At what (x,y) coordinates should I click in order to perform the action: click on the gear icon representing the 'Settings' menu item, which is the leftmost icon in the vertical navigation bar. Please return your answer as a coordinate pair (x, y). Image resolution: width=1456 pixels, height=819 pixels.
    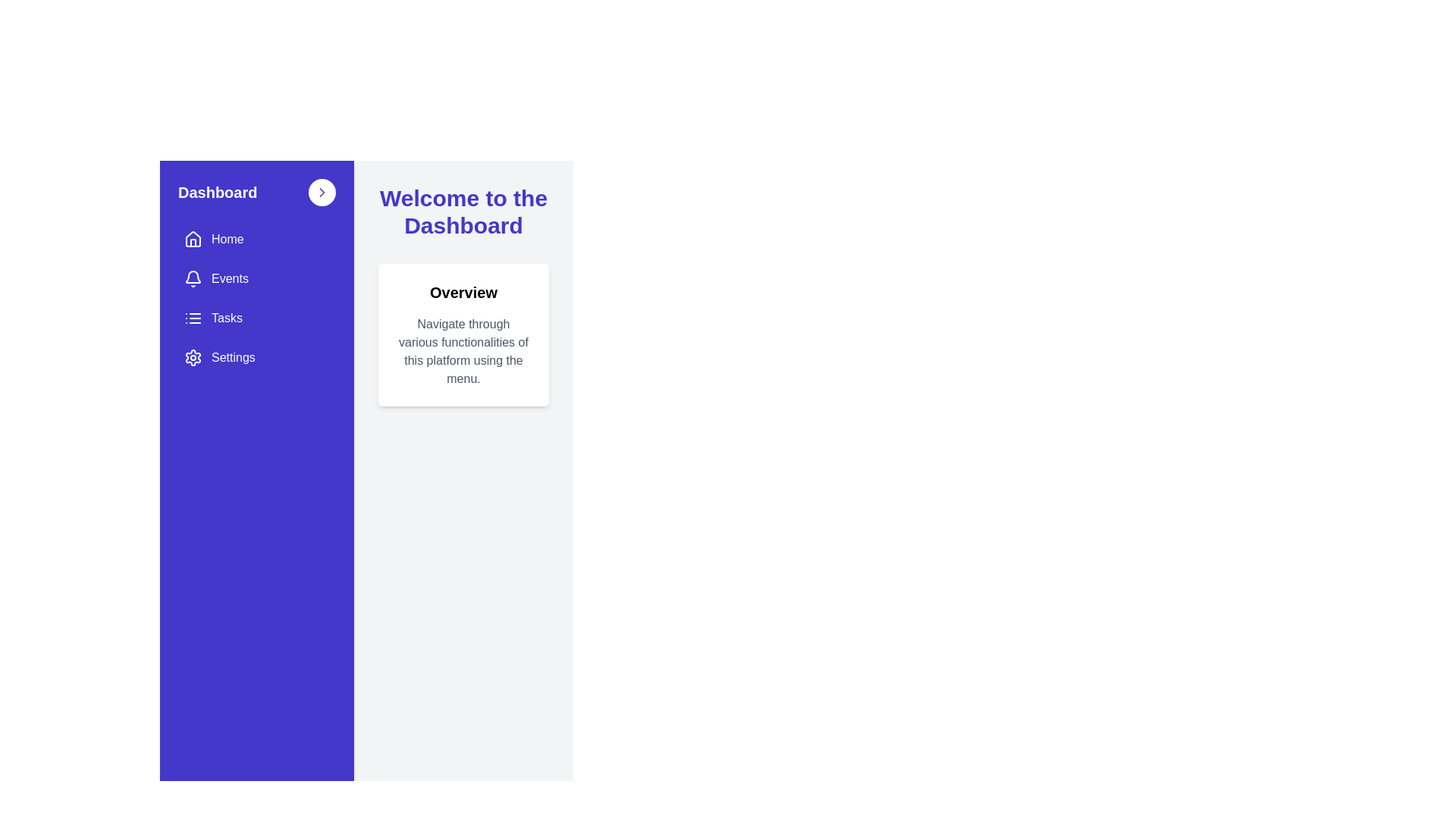
    Looking at the image, I should click on (192, 357).